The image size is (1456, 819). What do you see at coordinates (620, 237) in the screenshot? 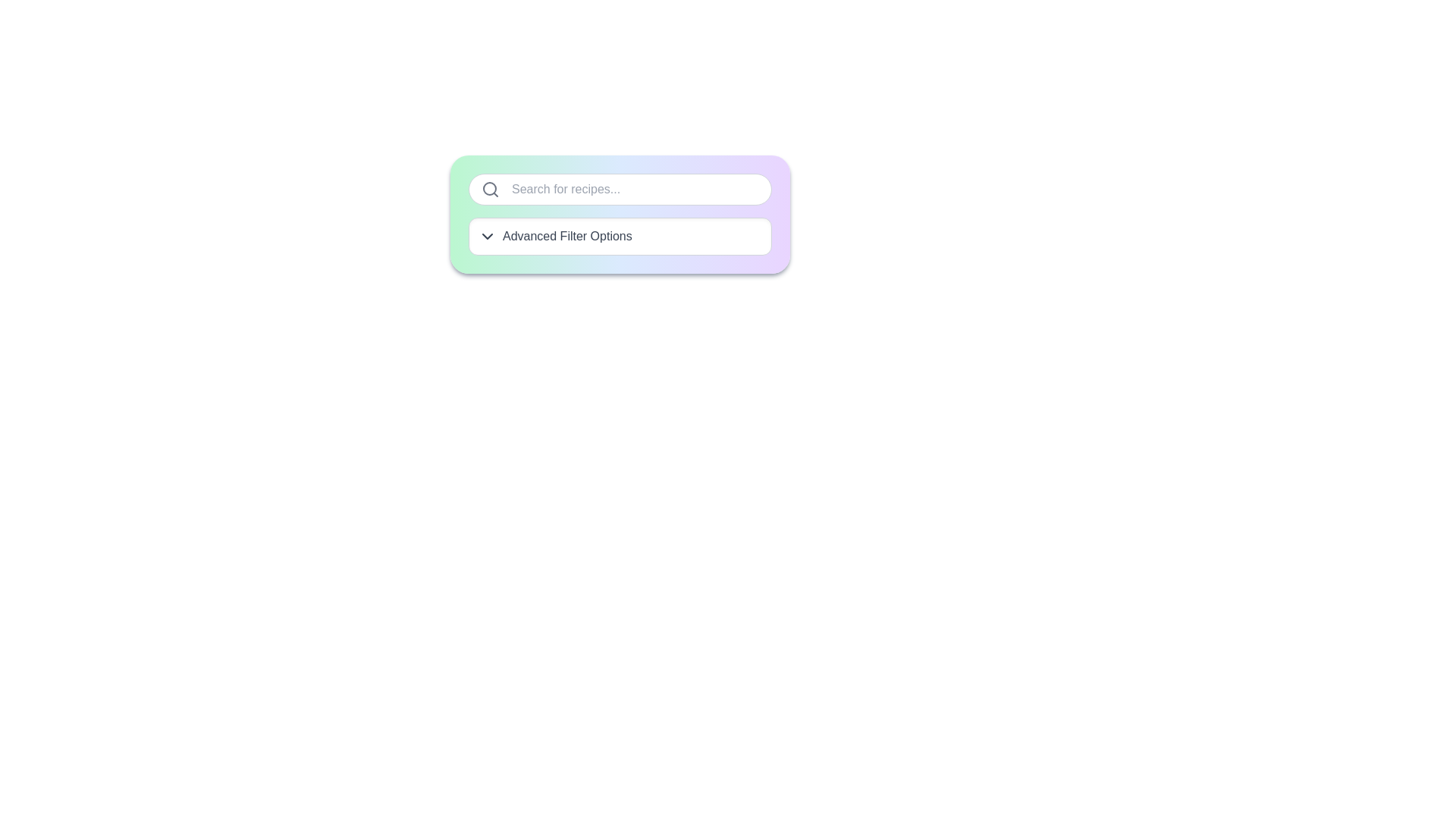
I see `text label 'Advanced Filter Options' which is styled in gray and located at the top left of the search and filter section` at bounding box center [620, 237].